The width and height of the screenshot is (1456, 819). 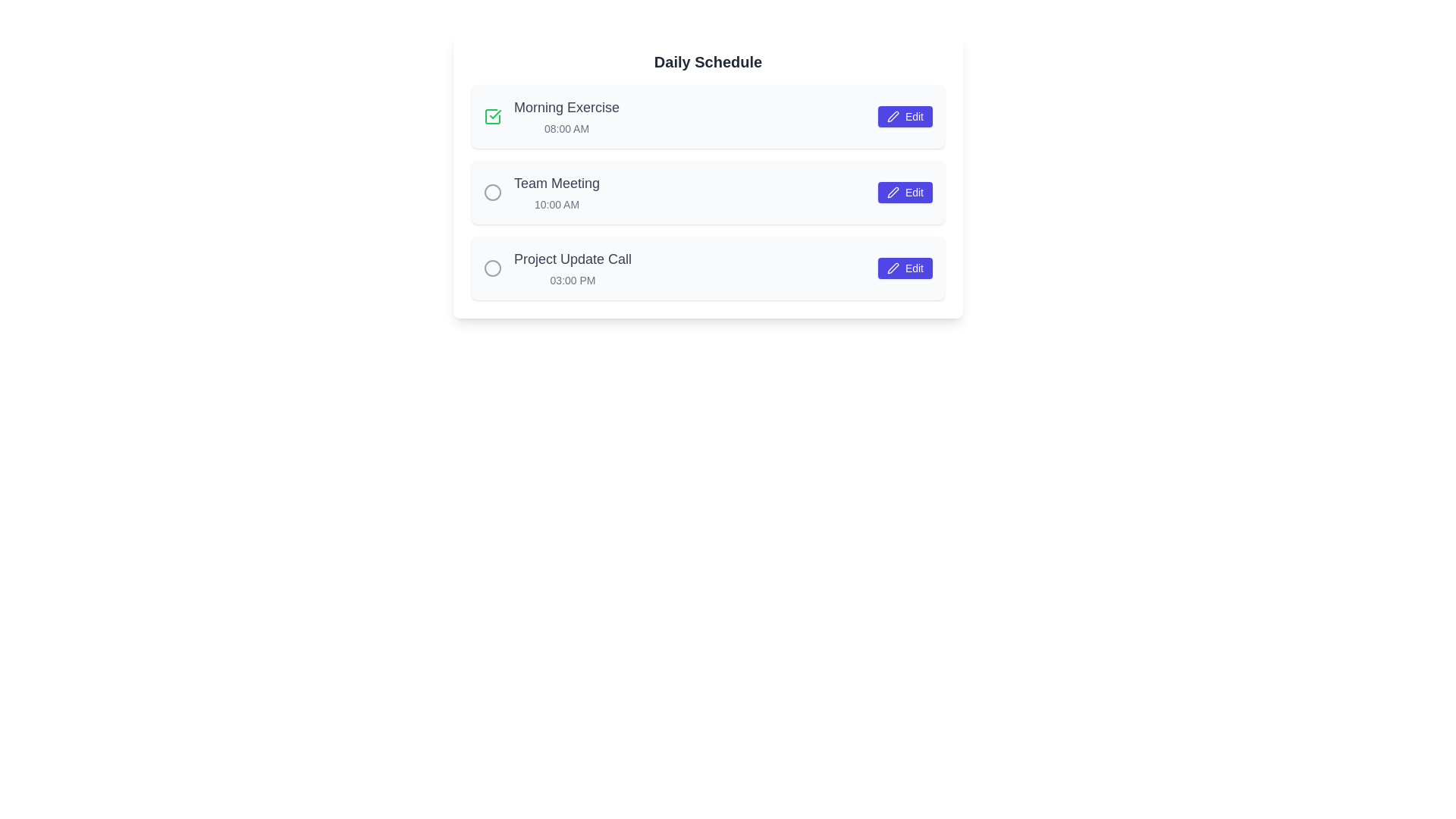 What do you see at coordinates (905, 192) in the screenshot?
I see `the edit button for the 'Team Meeting' event located at the right end of the section next to '10:00 AM'` at bounding box center [905, 192].